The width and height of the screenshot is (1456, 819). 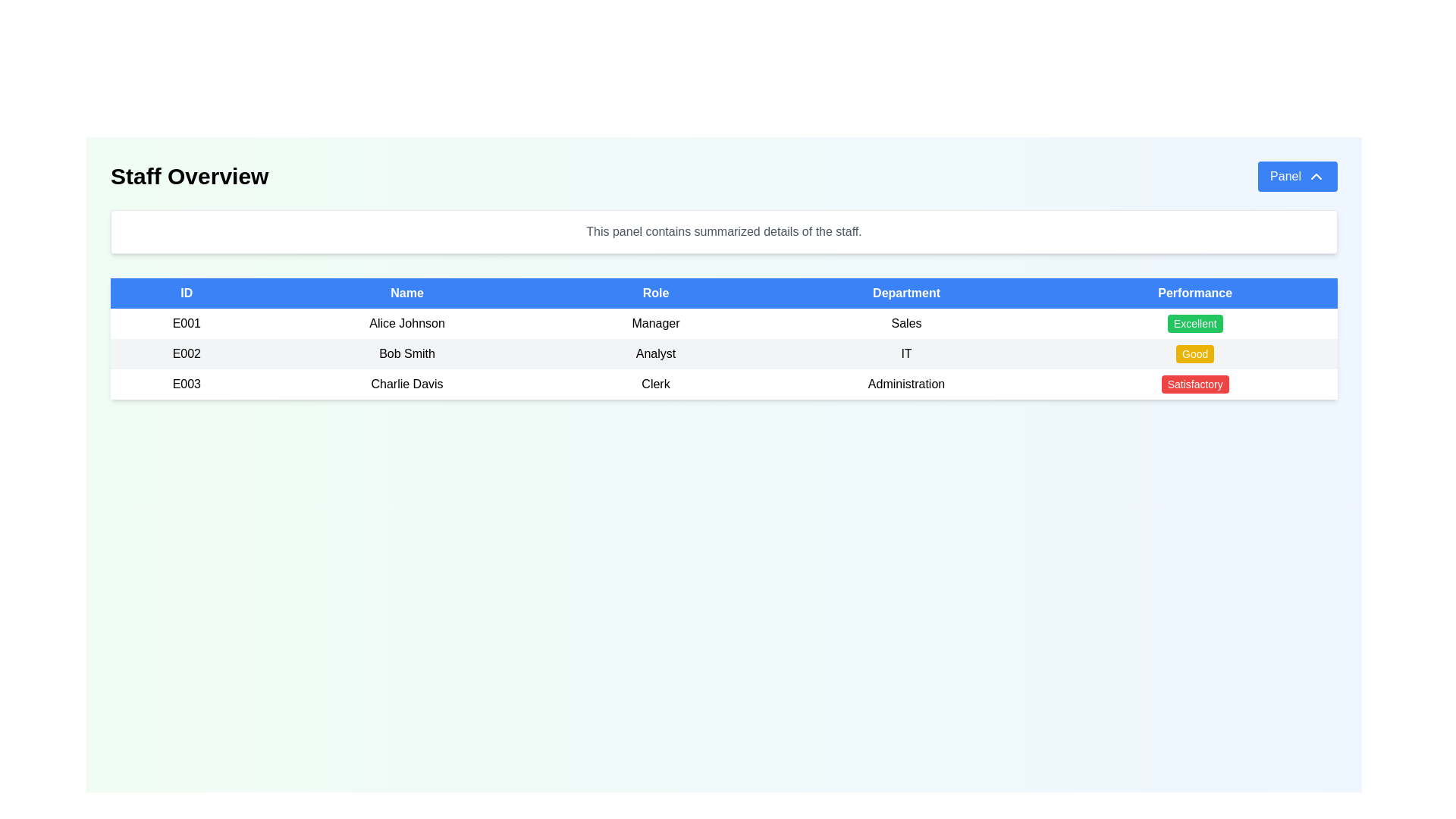 What do you see at coordinates (906, 293) in the screenshot?
I see `the Table Column Header with the blue background and white text that displays 'Department', which is the fourth column header in the table` at bounding box center [906, 293].